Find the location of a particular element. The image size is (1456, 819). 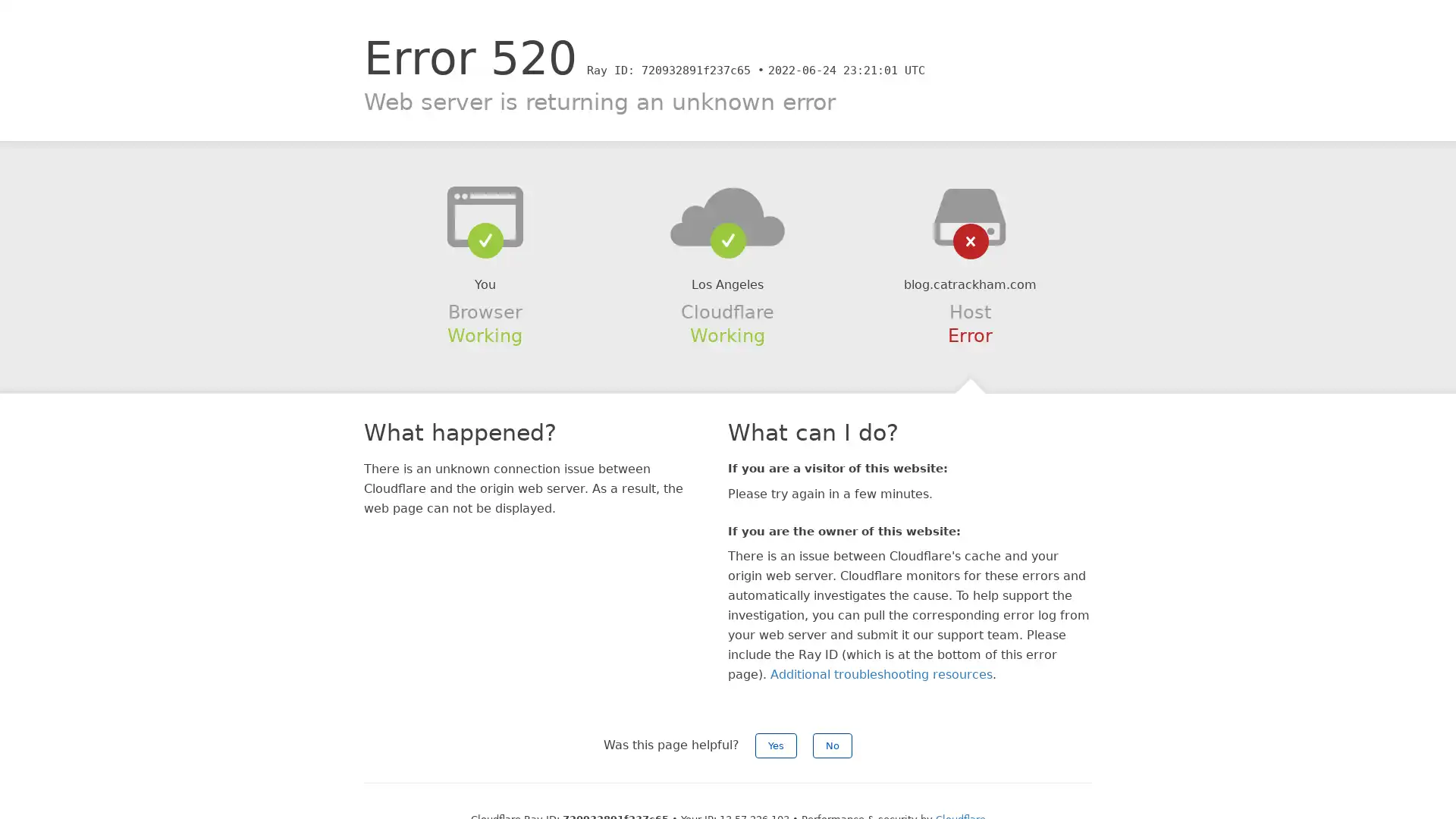

No is located at coordinates (832, 745).